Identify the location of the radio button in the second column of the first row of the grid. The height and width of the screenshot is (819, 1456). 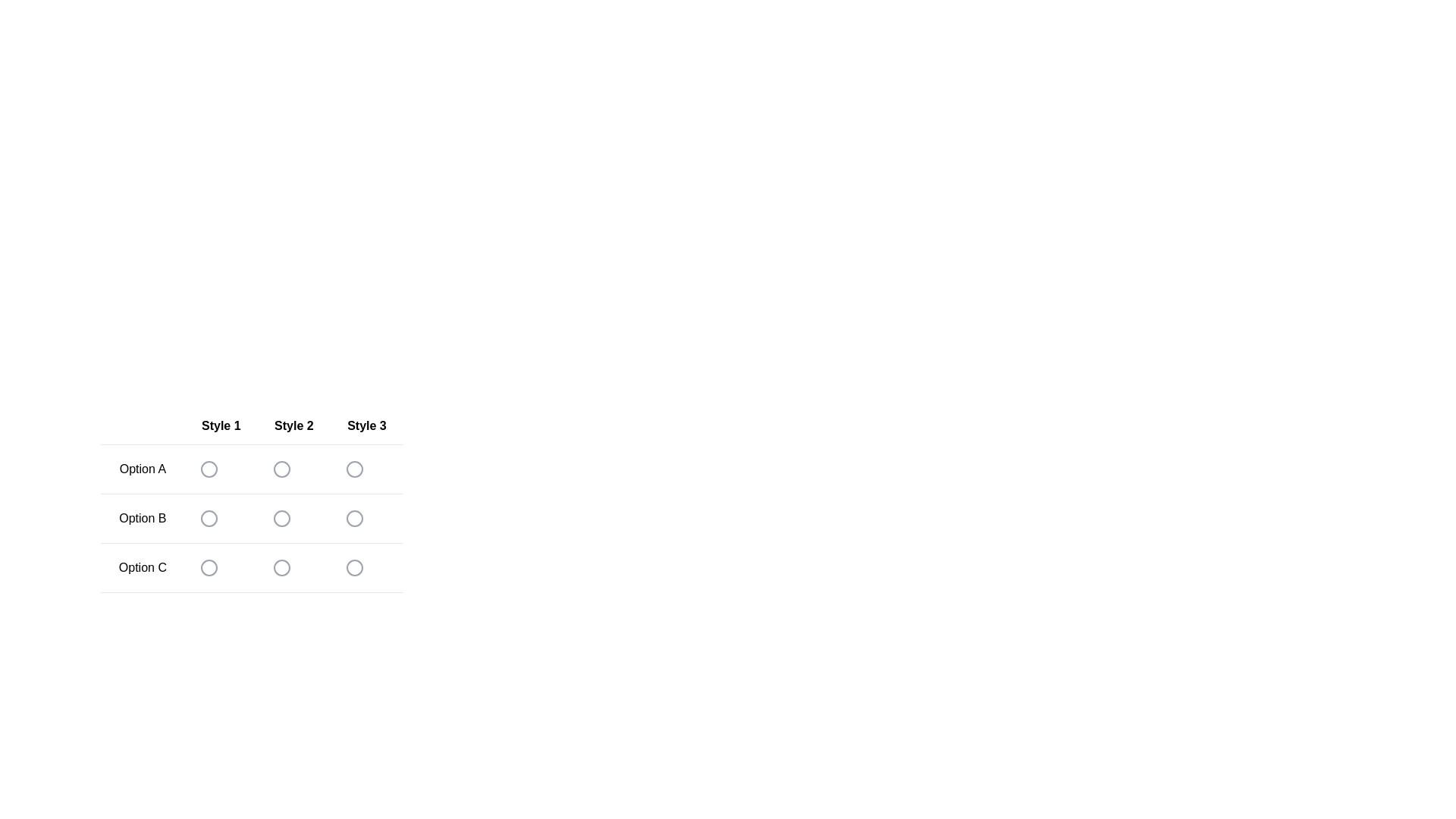
(281, 468).